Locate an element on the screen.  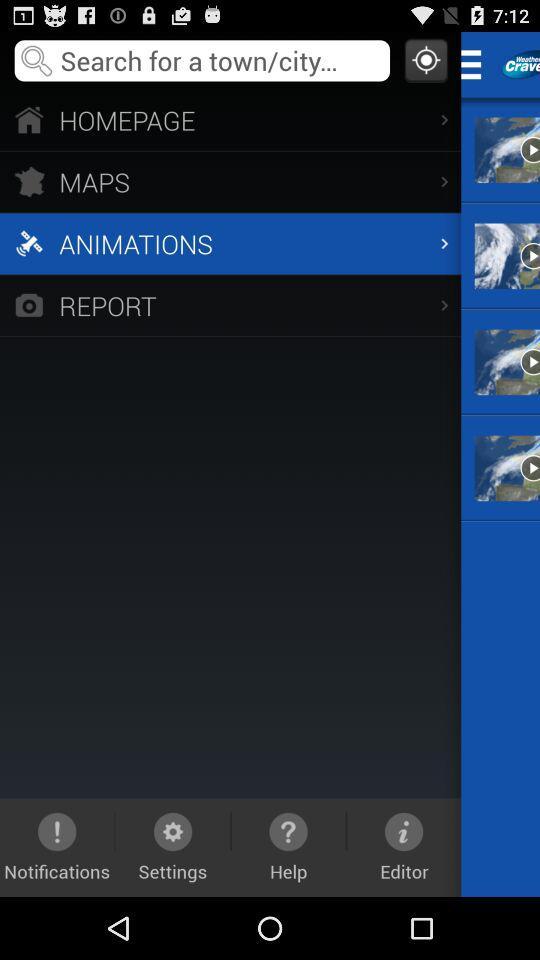
location button is located at coordinates (425, 59).